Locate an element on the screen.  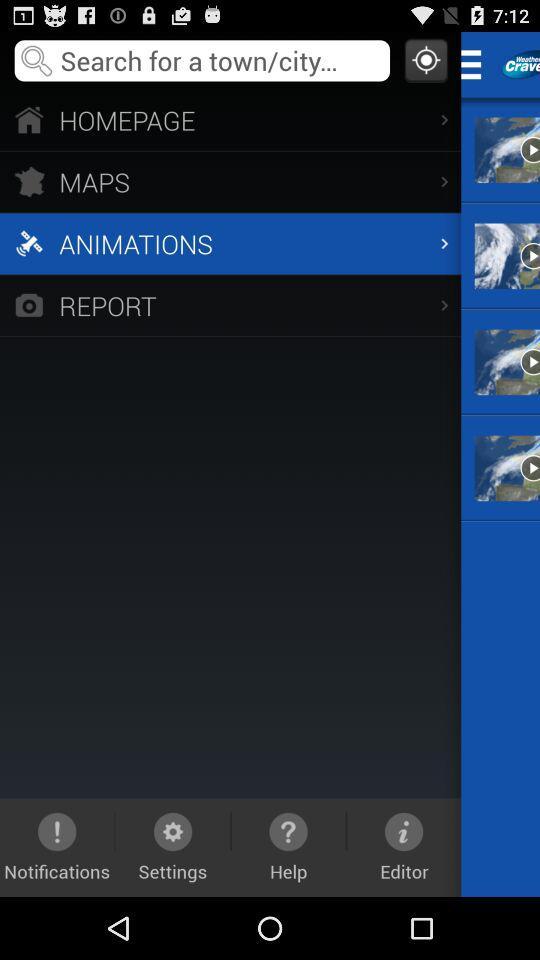
location button is located at coordinates (425, 59).